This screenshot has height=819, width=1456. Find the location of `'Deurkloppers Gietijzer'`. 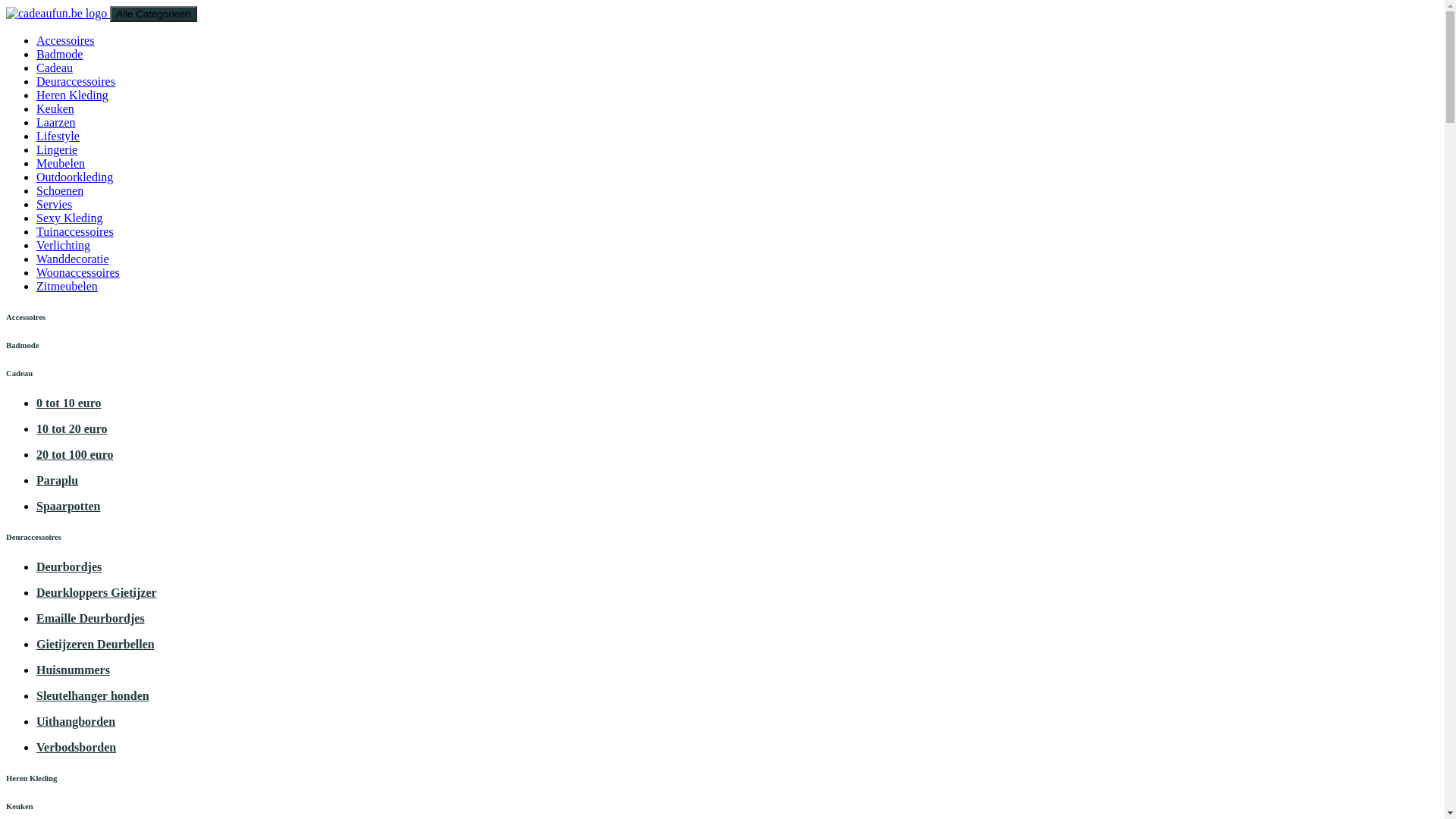

'Deurkloppers Gietijzer' is located at coordinates (96, 591).